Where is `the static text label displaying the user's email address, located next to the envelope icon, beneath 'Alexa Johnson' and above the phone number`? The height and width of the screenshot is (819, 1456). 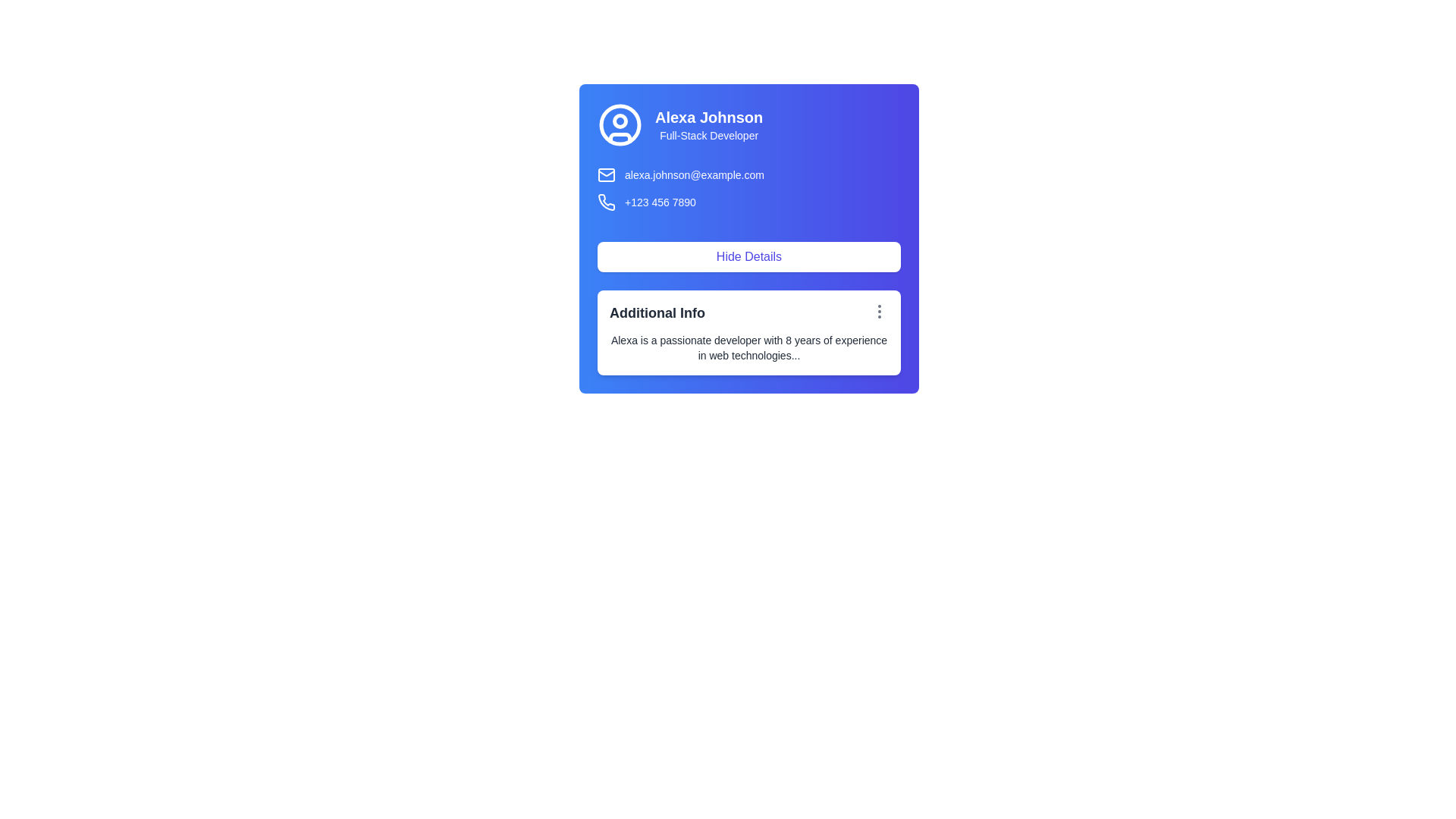 the static text label displaying the user's email address, located next to the envelope icon, beneath 'Alexa Johnson' and above the phone number is located at coordinates (694, 174).